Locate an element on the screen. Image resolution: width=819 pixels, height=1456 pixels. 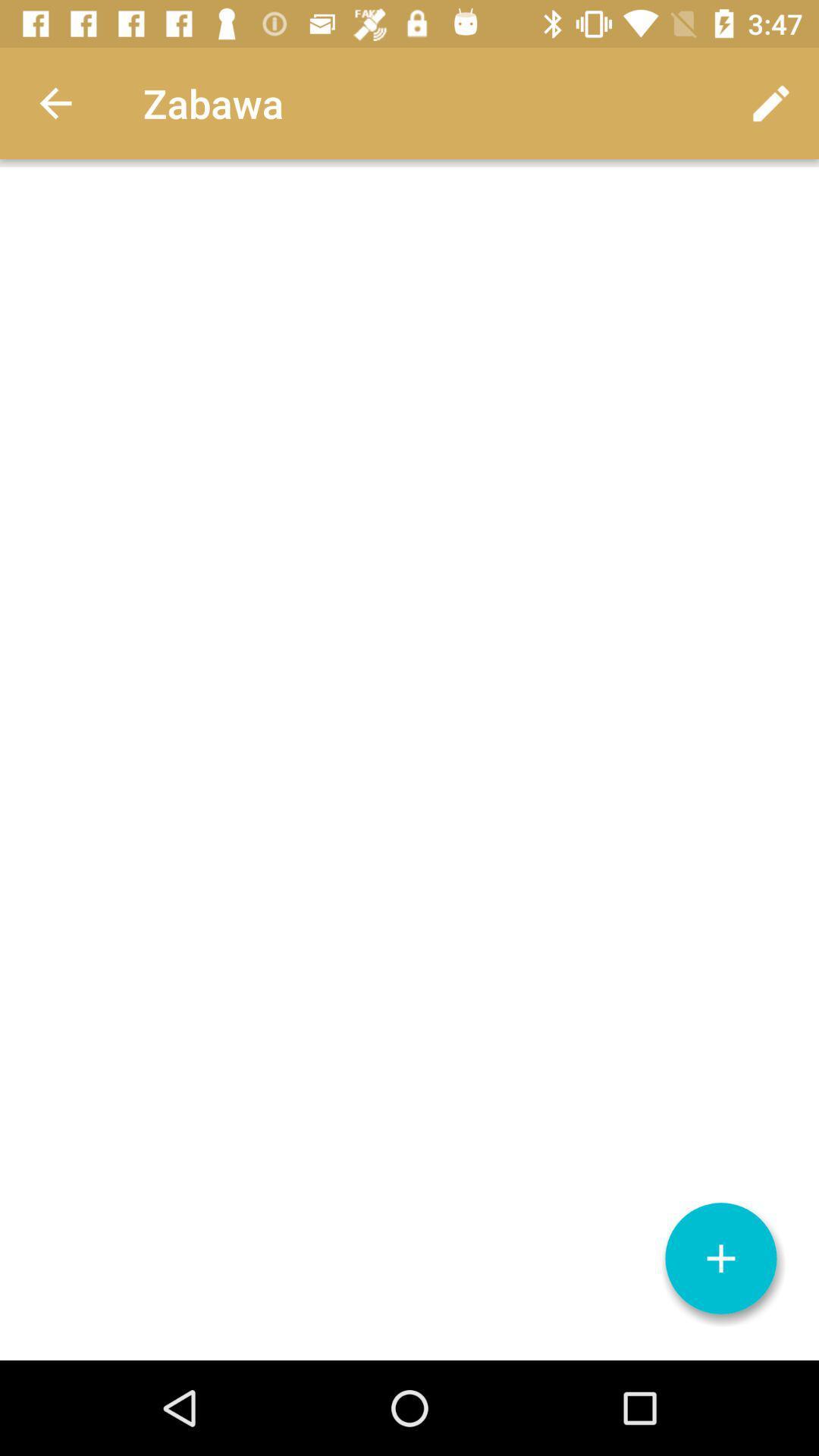
the item next to the zabawa item is located at coordinates (771, 102).